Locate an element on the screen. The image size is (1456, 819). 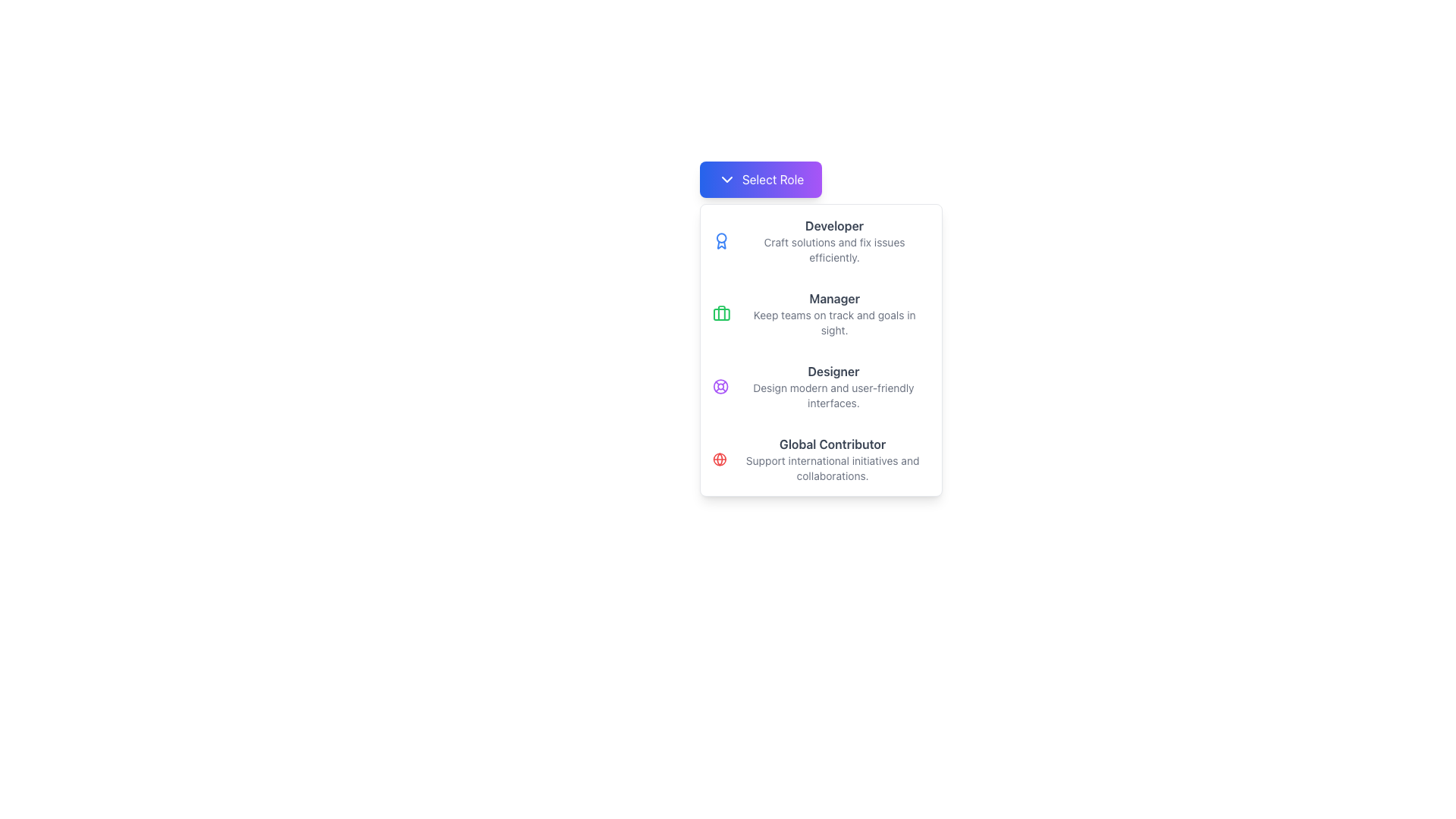
the text label displaying 'Developer' which is styled in bold dark gray and positioned at the top of the role list card is located at coordinates (833, 225).